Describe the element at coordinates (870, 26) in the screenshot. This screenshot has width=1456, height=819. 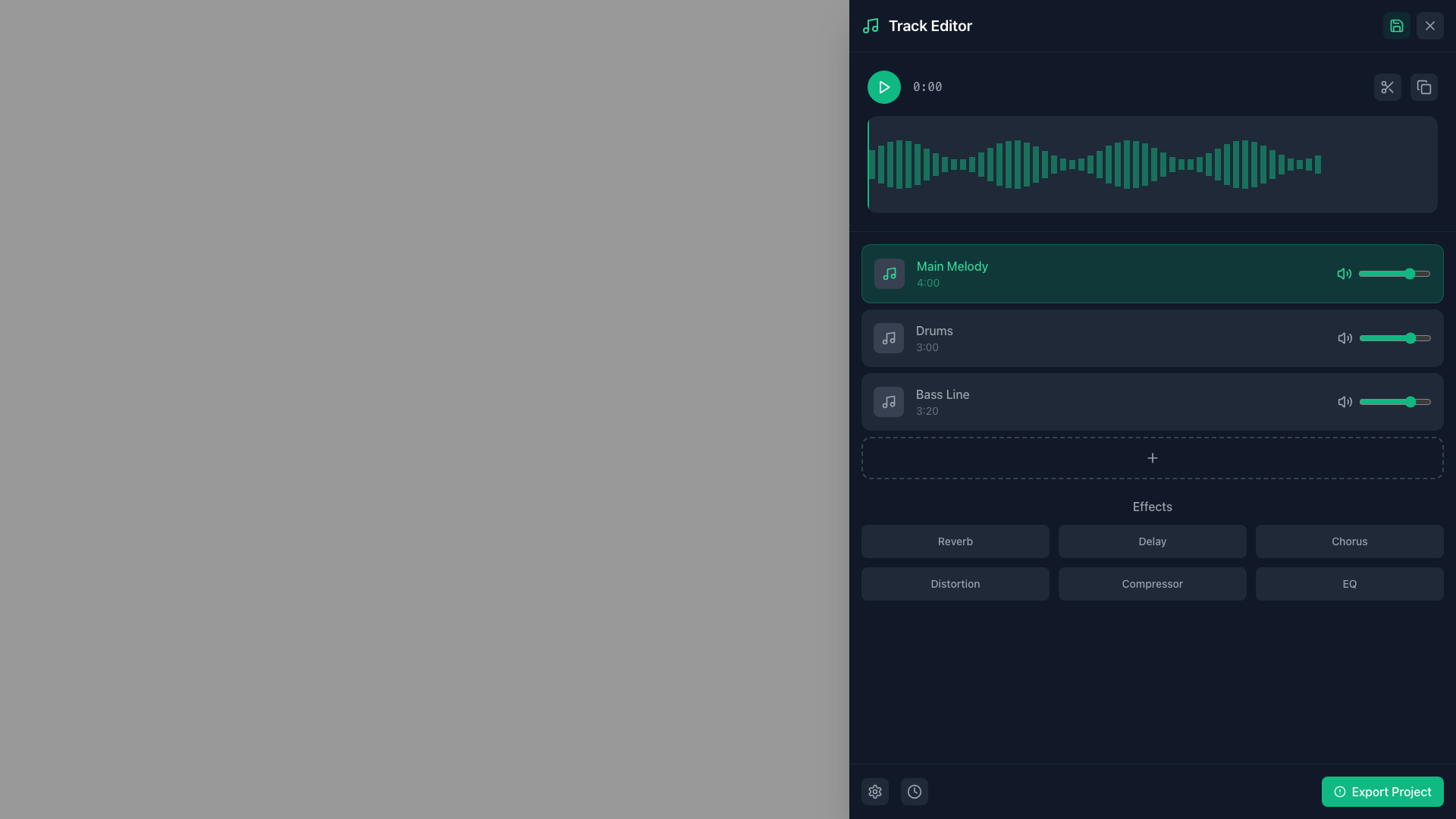
I see `the music note icon with a green stroke located to the left of the 'Track Editor' text heading in the header bar` at that location.